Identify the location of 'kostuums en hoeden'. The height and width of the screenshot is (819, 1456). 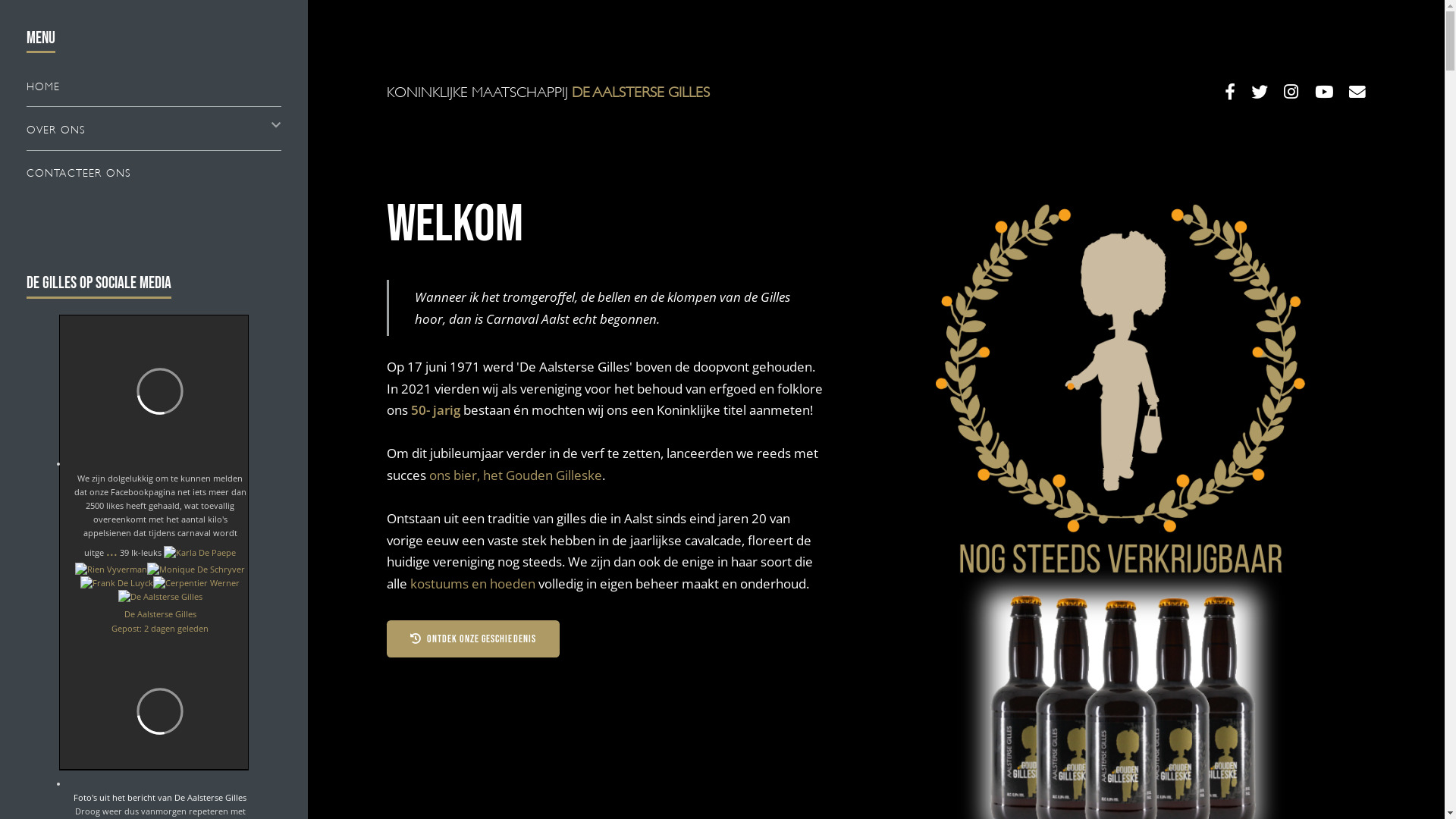
(472, 582).